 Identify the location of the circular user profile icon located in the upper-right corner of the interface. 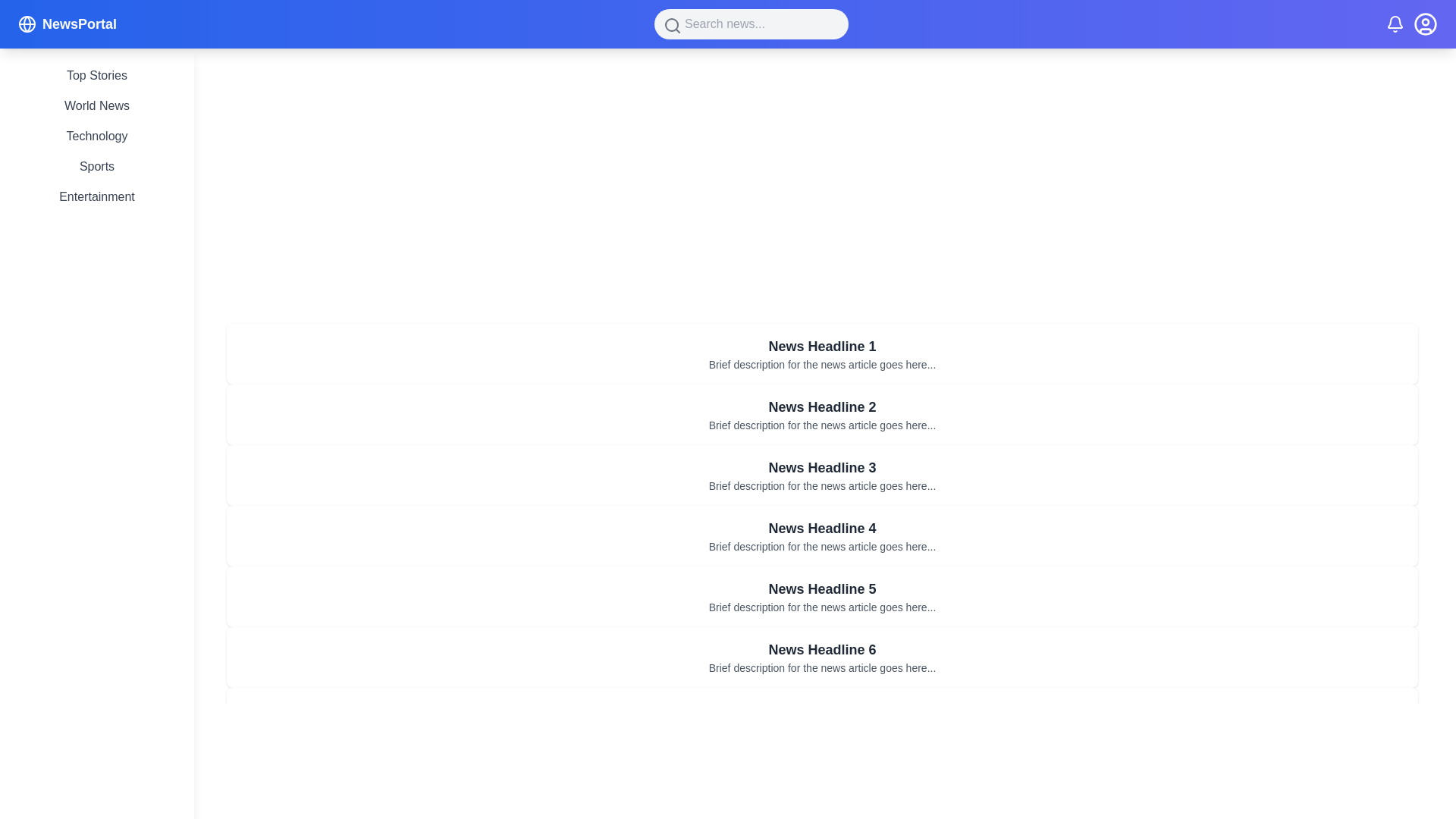
(1425, 24).